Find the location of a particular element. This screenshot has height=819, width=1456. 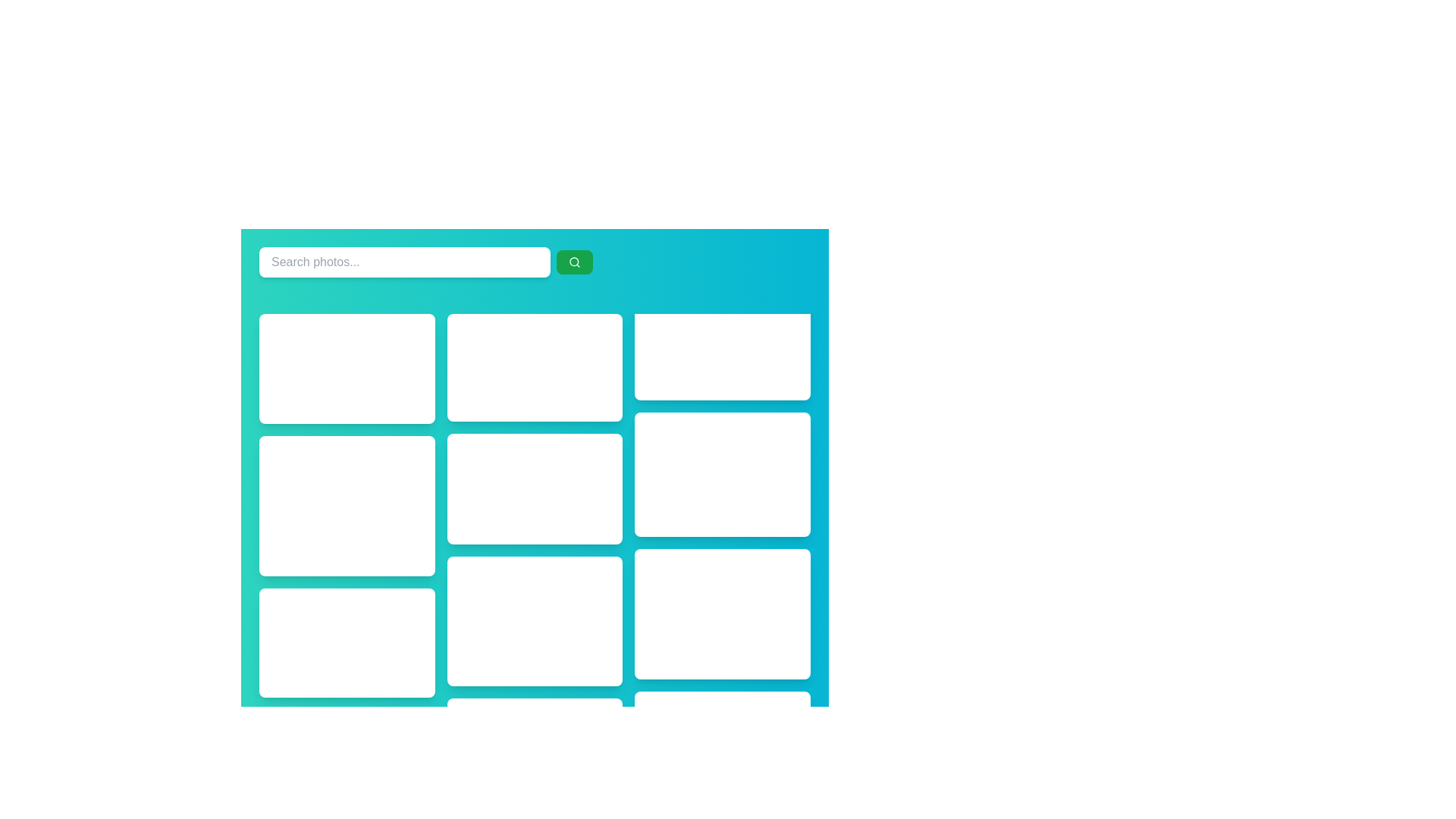

the search icon located at the center of the green button to initiate a search based on the adjacent input field is located at coordinates (574, 262).